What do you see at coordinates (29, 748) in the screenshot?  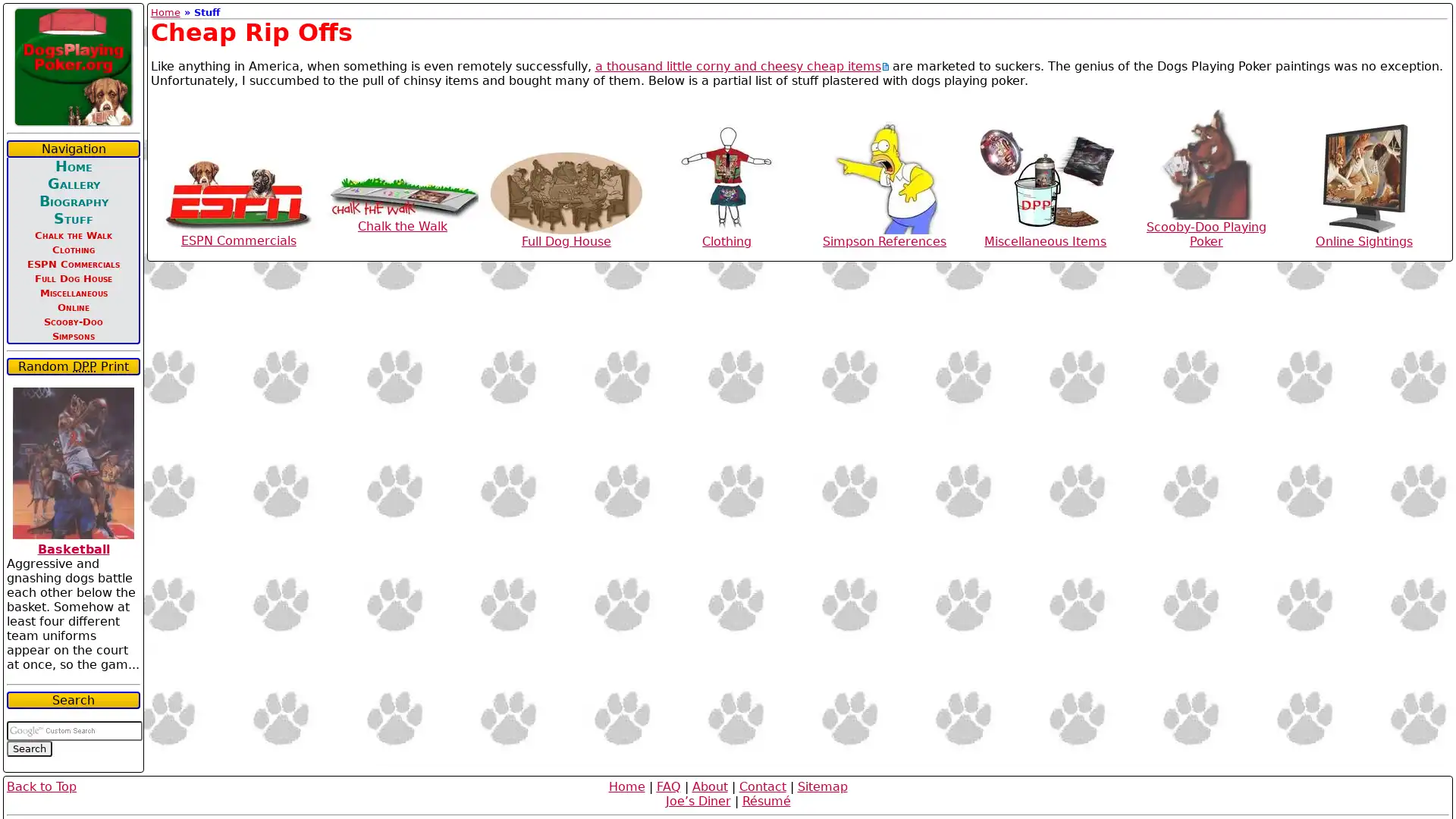 I see `Search` at bounding box center [29, 748].